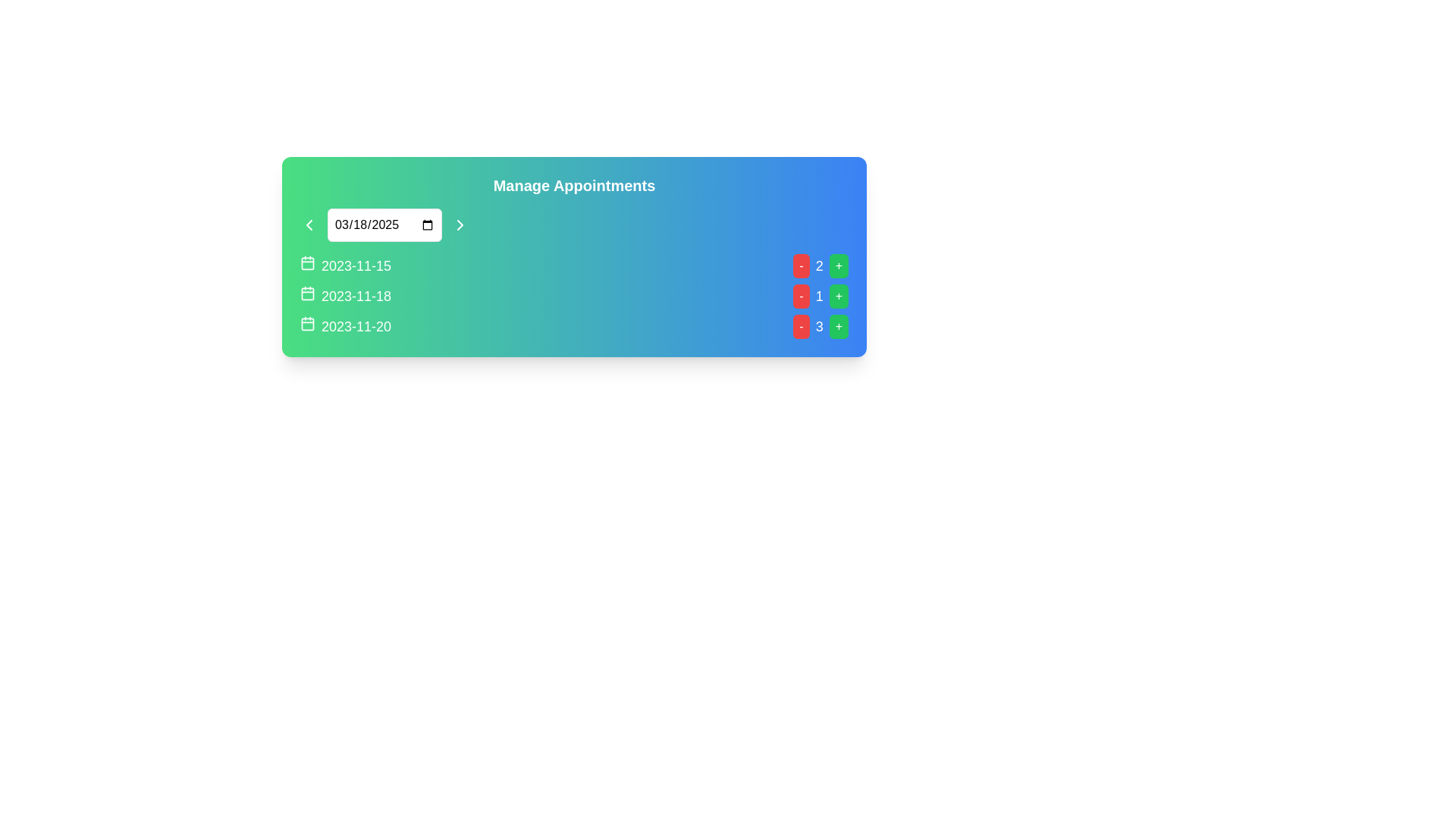 This screenshot has height=819, width=1456. Describe the element at coordinates (356, 265) in the screenshot. I see `the first date label in the vertical list, located in the upper left section of the interface, next to a calendar icon and within a green background block` at that location.